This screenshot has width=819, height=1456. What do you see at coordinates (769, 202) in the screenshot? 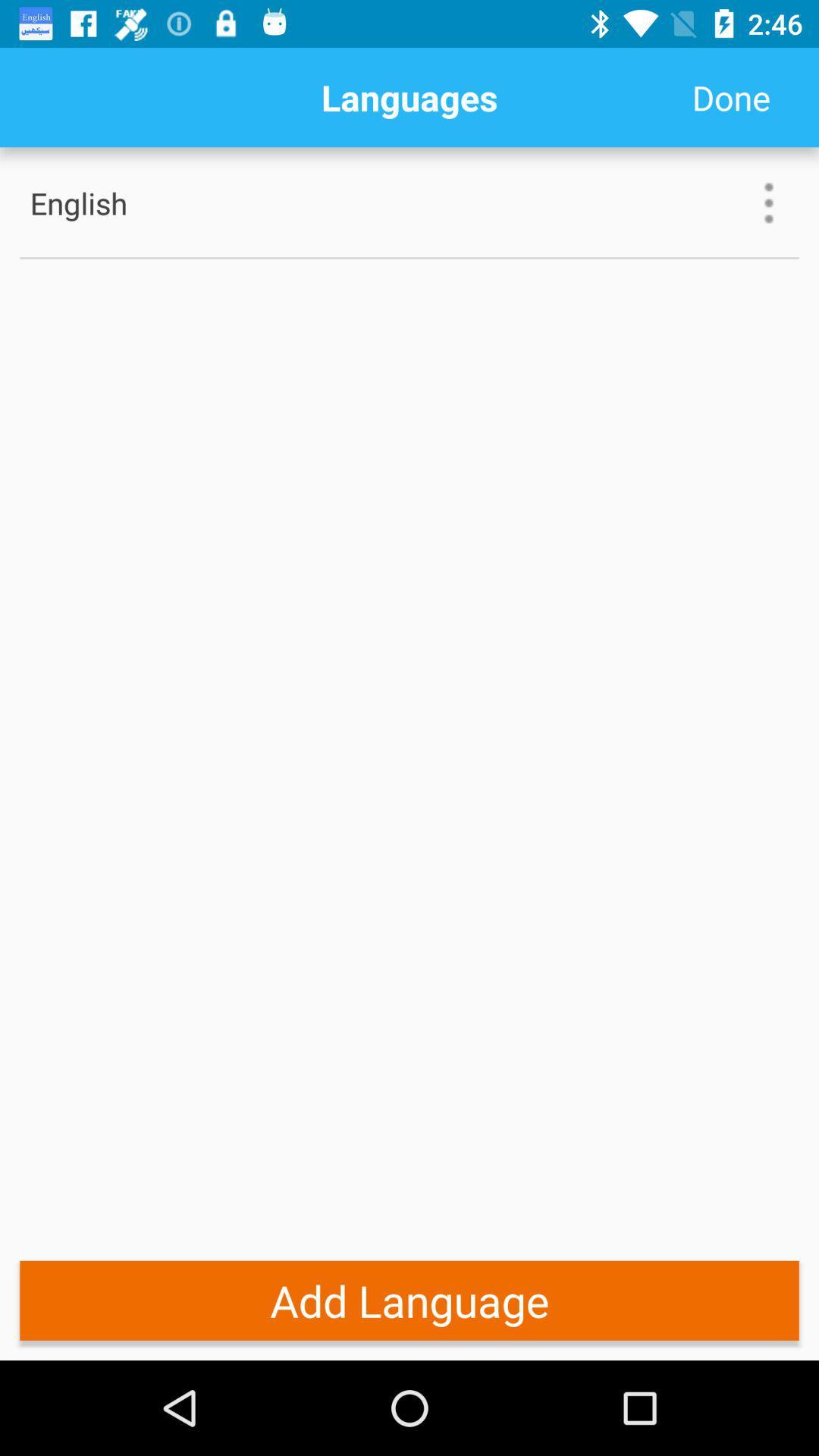
I see `more information` at bounding box center [769, 202].